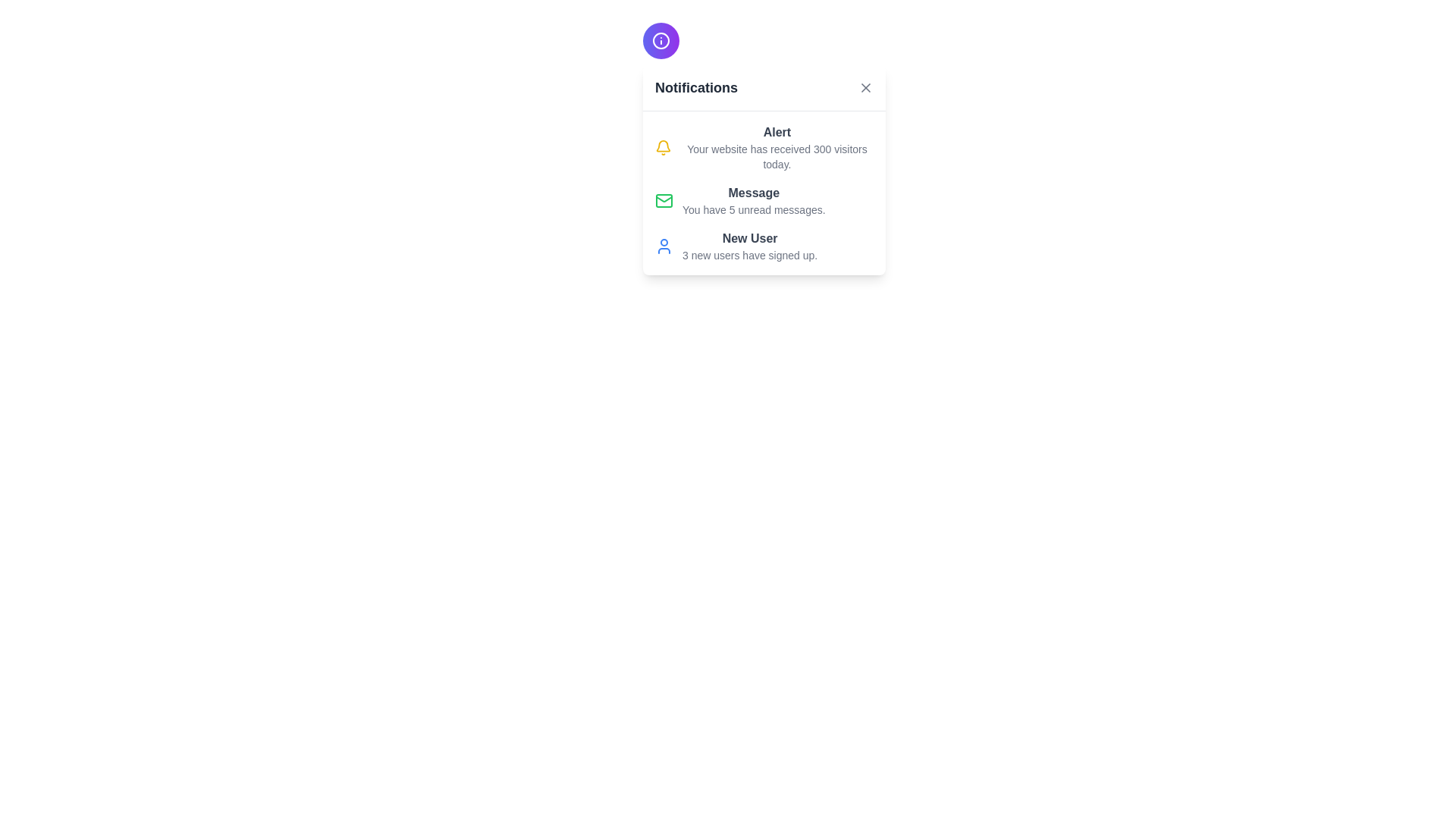 This screenshot has height=819, width=1456. What do you see at coordinates (777, 148) in the screenshot?
I see `the first notification in the notifications module that provides daily visitor statistics, located directly below the modal's title bar` at bounding box center [777, 148].